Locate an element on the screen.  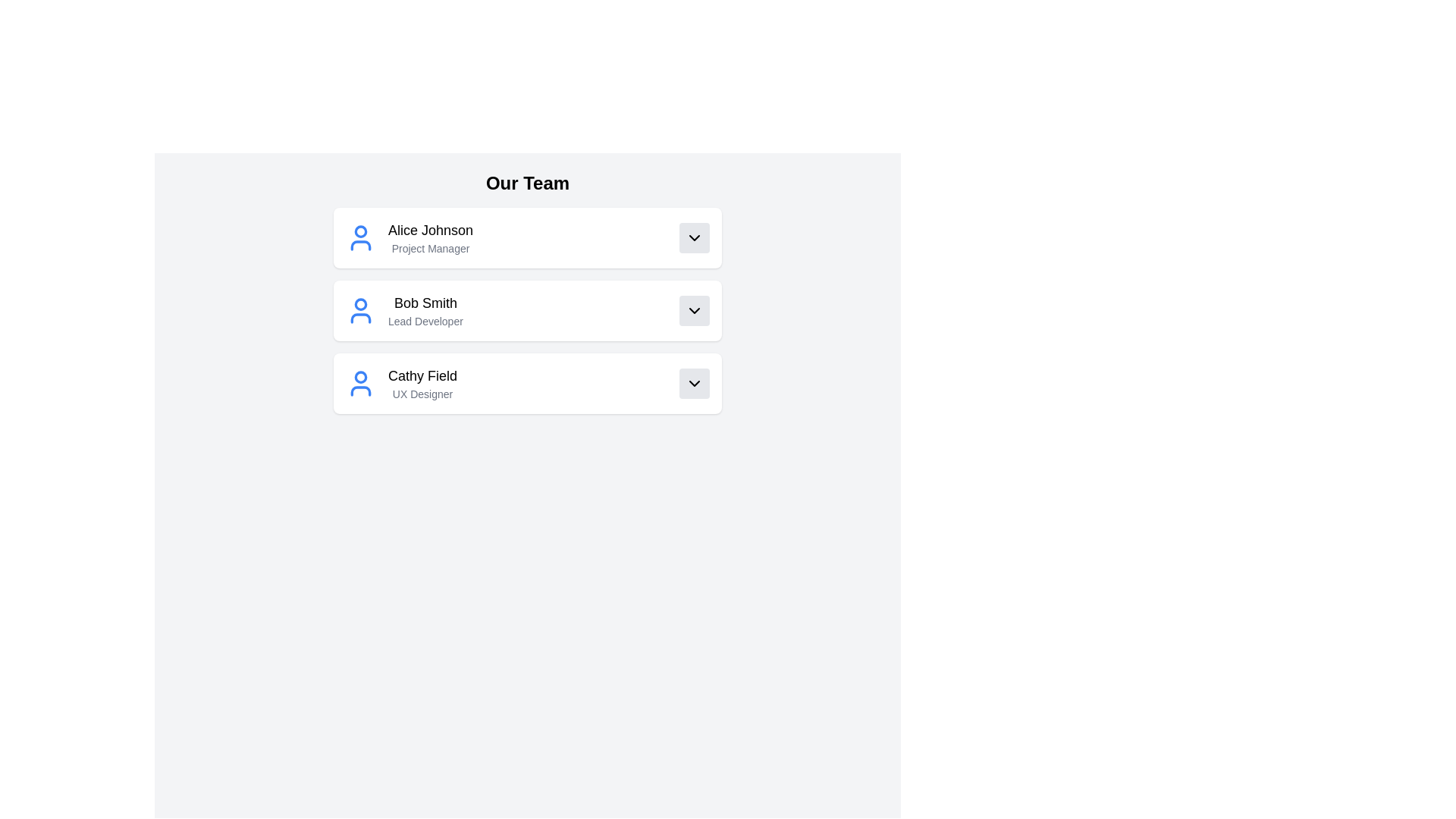
the rectangular button with a chevron-down icon located at the far right of the row containing information about 'Cathy Field' is located at coordinates (694, 382).